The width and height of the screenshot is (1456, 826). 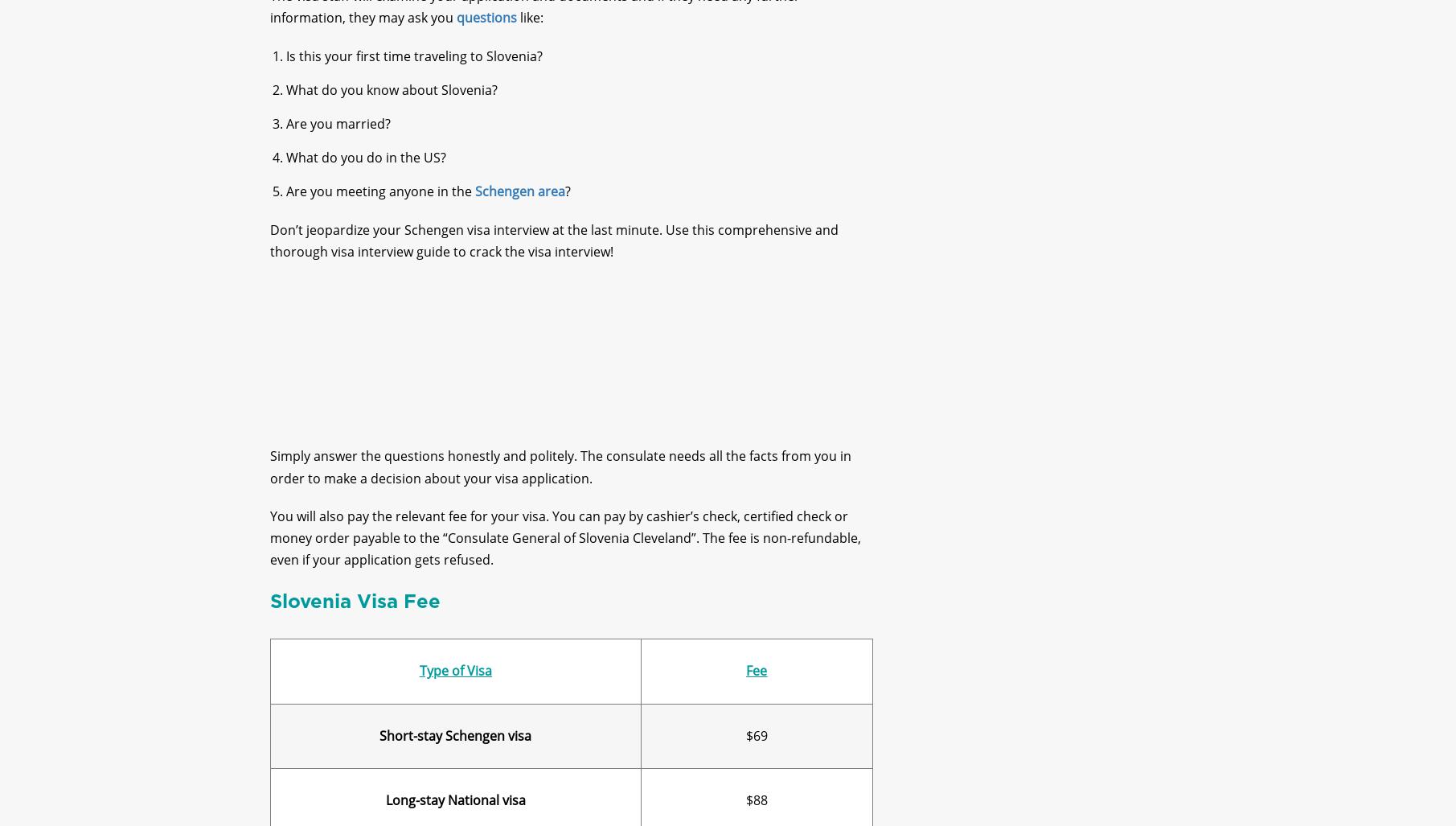 I want to click on '?', so click(x=566, y=205).